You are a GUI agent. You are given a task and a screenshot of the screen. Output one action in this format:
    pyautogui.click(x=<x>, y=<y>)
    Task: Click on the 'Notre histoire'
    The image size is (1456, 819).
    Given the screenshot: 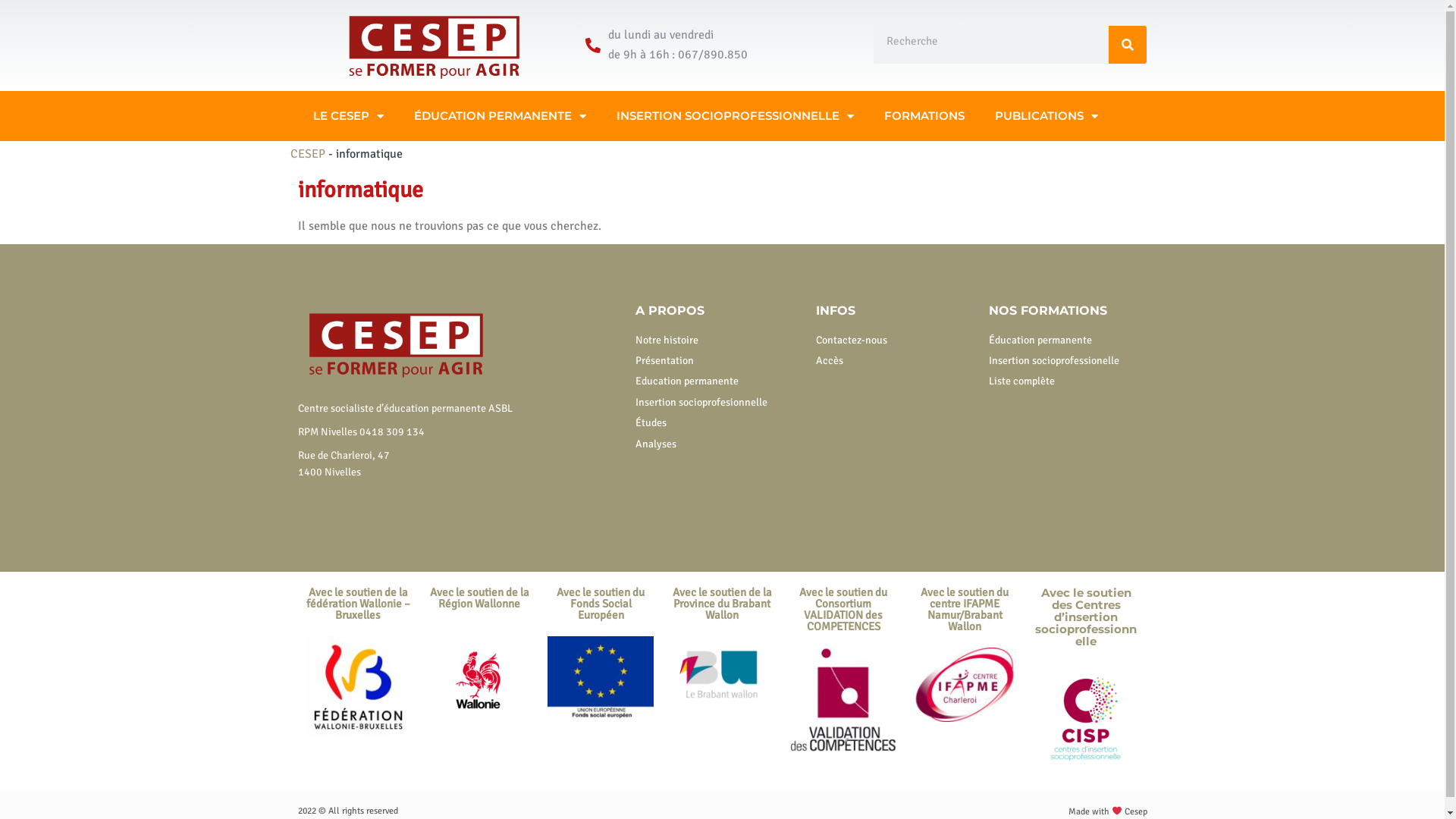 What is the action you would take?
    pyautogui.click(x=717, y=339)
    